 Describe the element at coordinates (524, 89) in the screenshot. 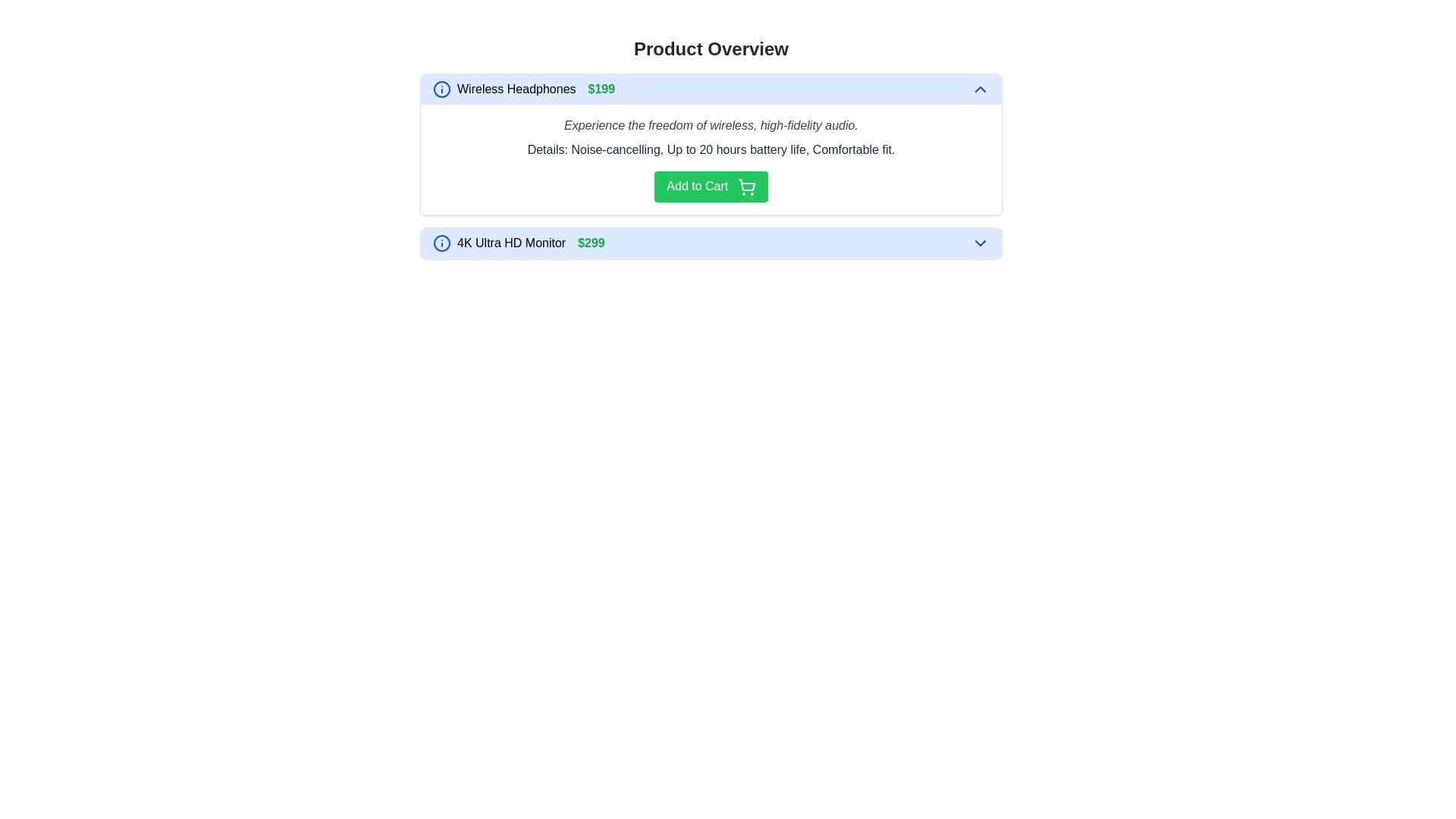

I see `the 'Wireless Headphones $199' text-based component with an associated blue icon, located in the 'Product Overview' section` at that location.